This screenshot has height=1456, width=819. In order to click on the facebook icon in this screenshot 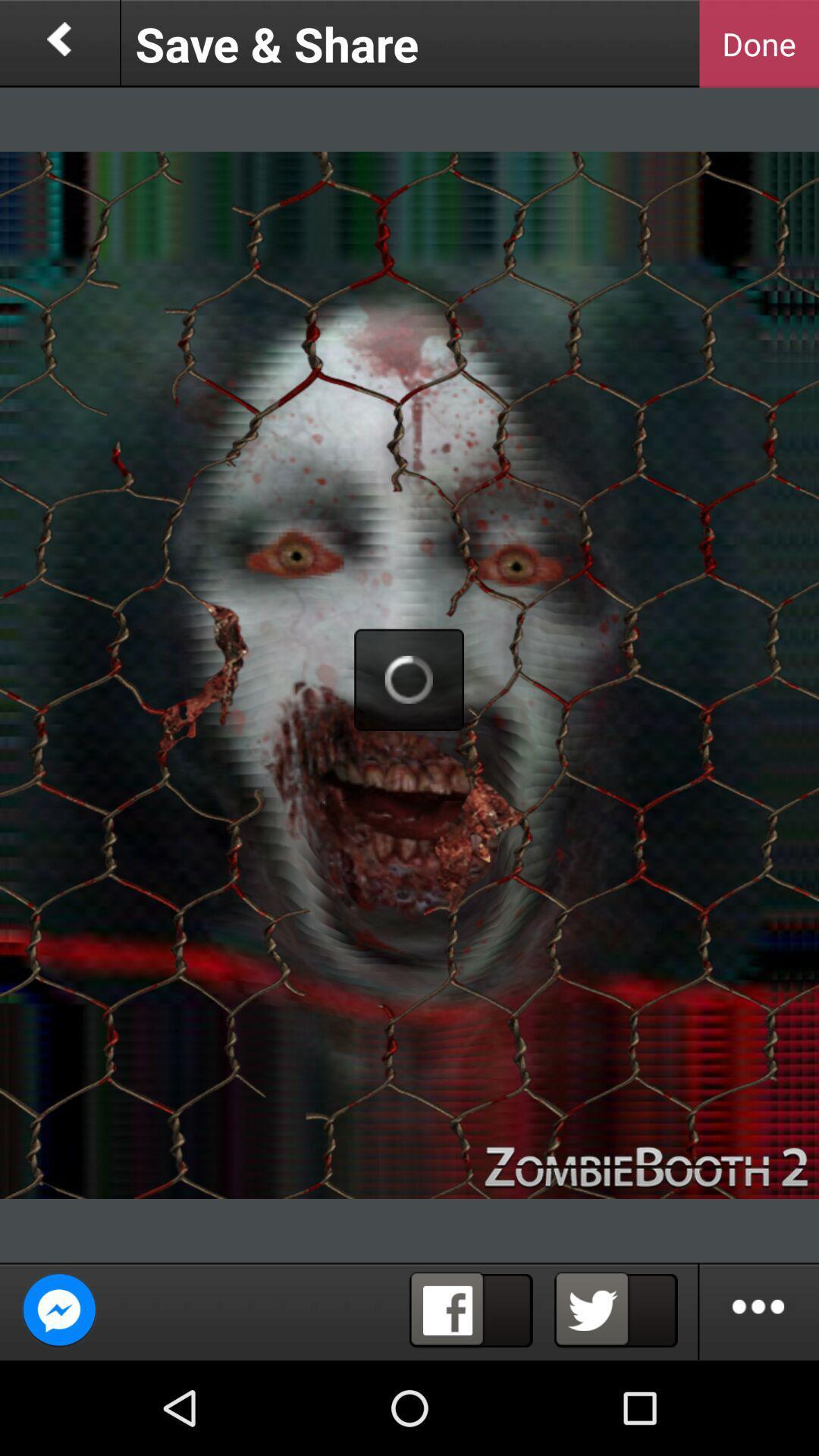, I will do `click(470, 1401)`.